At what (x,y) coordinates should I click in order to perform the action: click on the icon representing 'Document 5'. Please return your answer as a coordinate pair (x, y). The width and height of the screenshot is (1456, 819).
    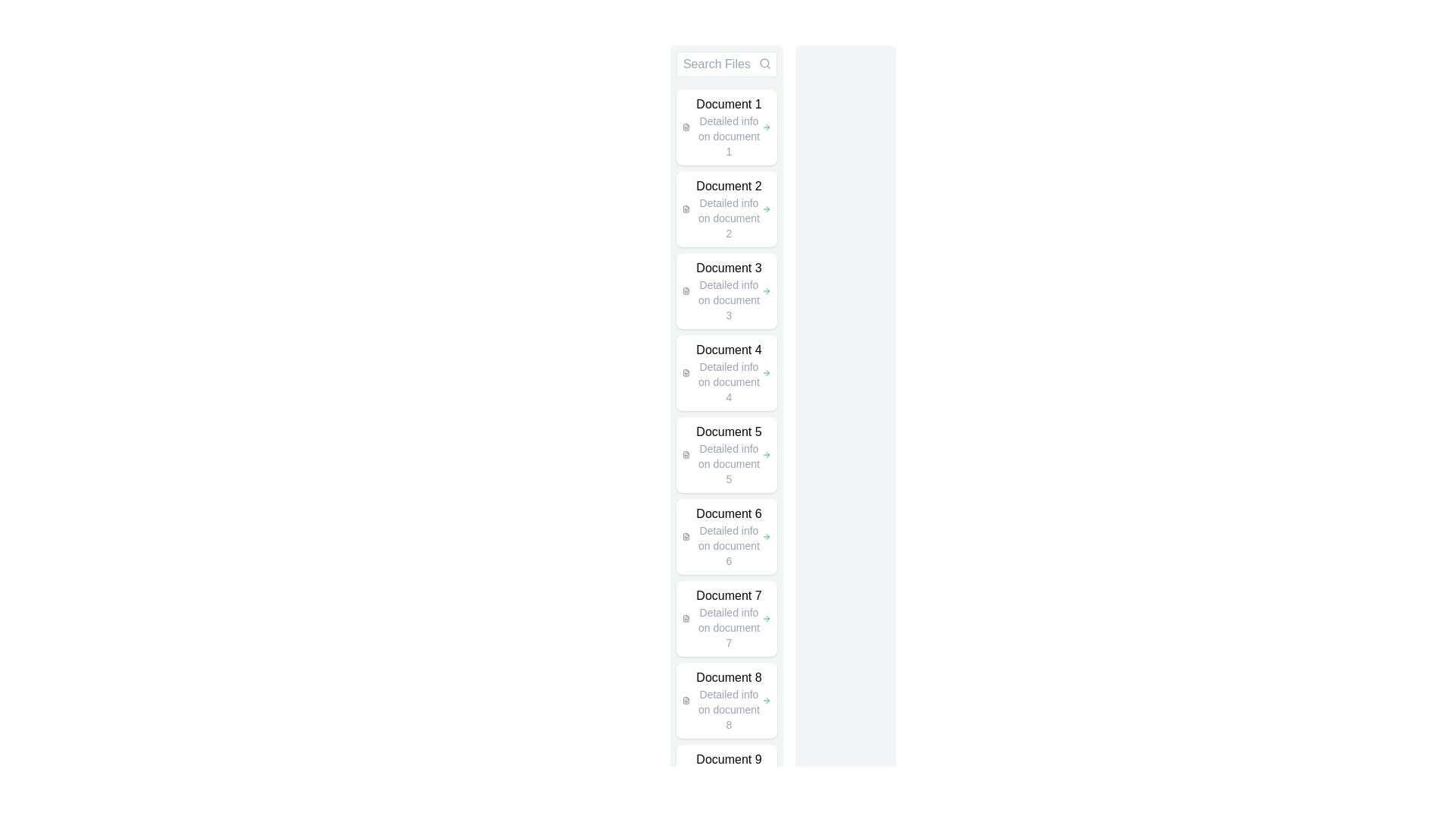
    Looking at the image, I should click on (685, 454).